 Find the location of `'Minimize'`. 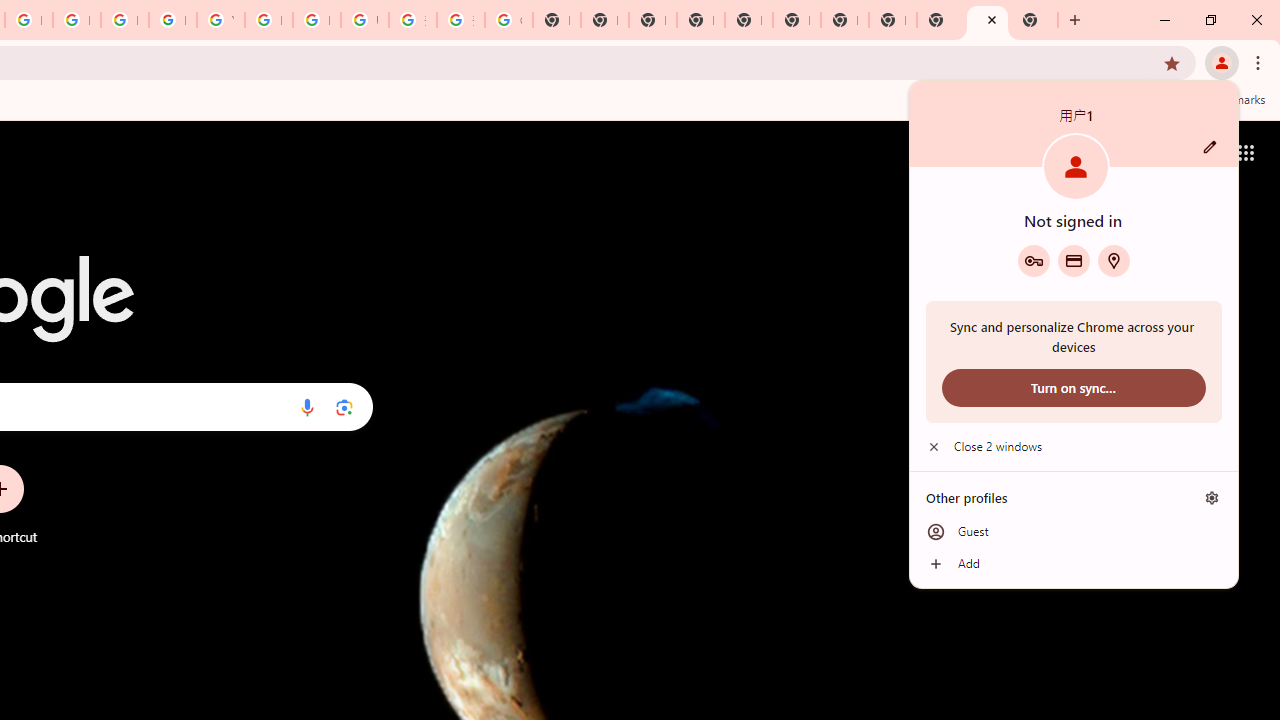

'Minimize' is located at coordinates (1165, 20).